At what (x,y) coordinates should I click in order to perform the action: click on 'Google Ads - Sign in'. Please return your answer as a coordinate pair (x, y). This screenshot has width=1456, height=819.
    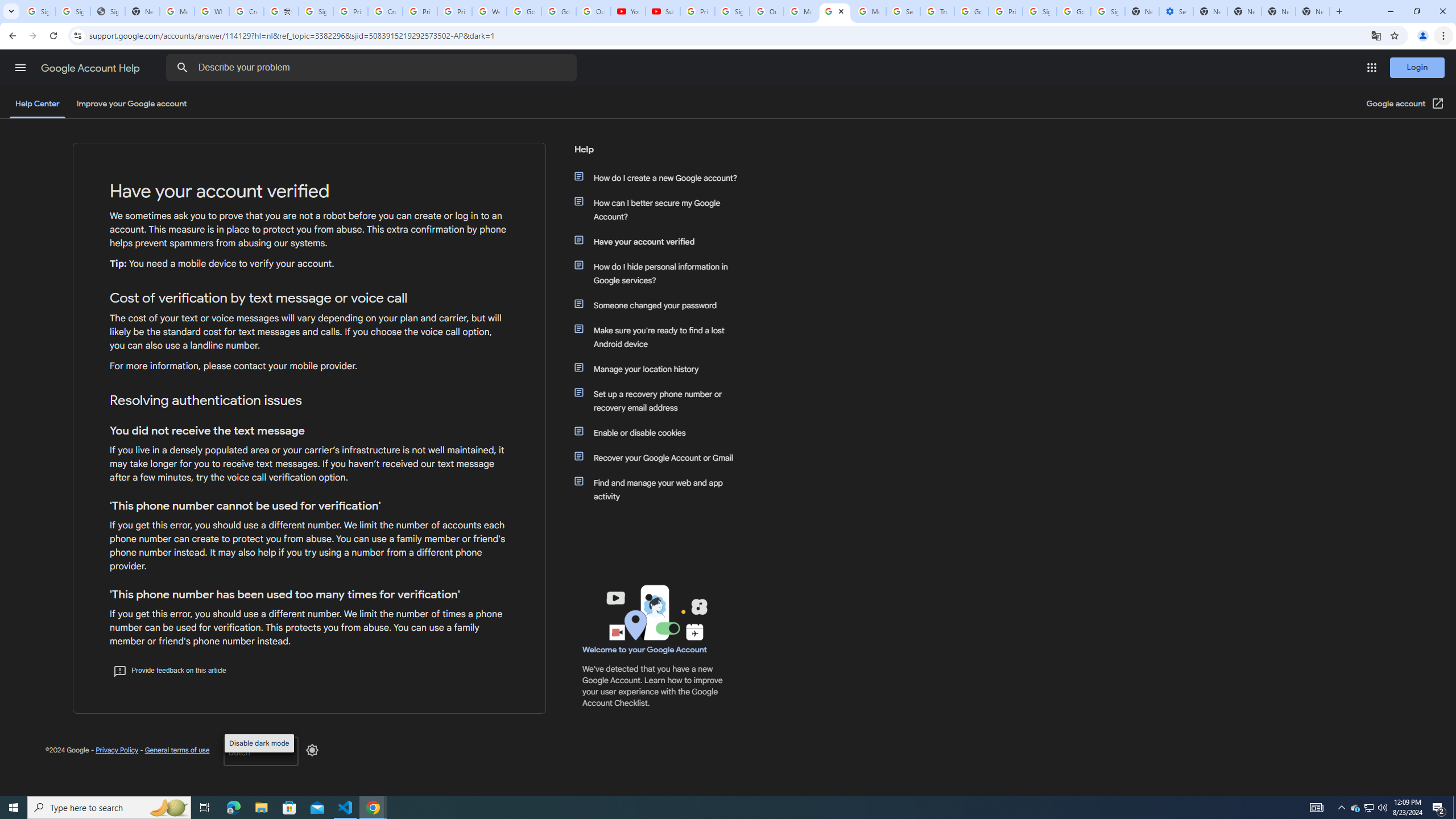
    Looking at the image, I should click on (971, 11).